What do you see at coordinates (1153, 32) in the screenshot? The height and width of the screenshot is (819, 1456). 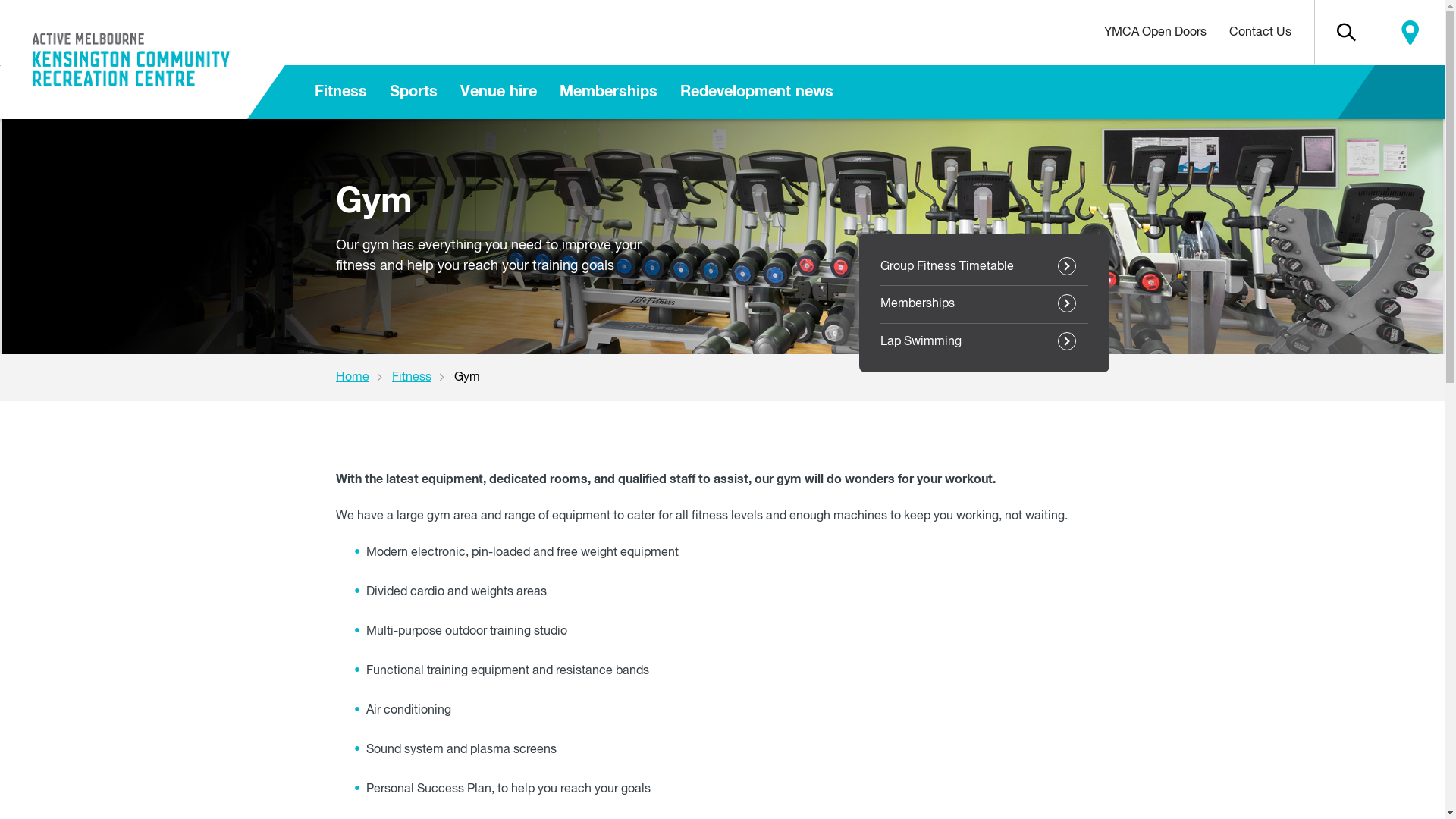 I see `'YMCA Open Doors'` at bounding box center [1153, 32].